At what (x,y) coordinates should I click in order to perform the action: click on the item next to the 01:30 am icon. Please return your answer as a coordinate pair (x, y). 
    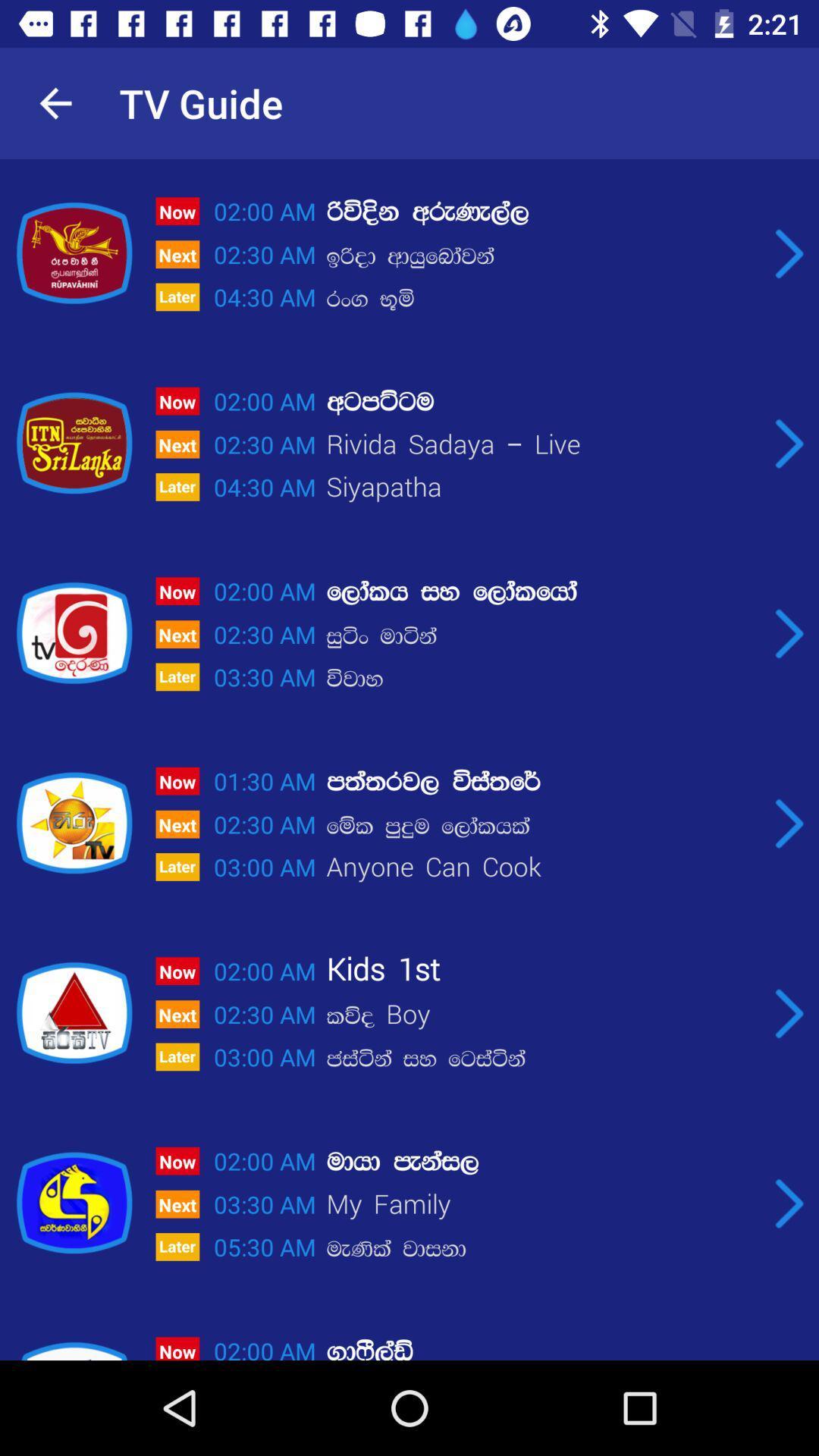
    Looking at the image, I should click on (541, 781).